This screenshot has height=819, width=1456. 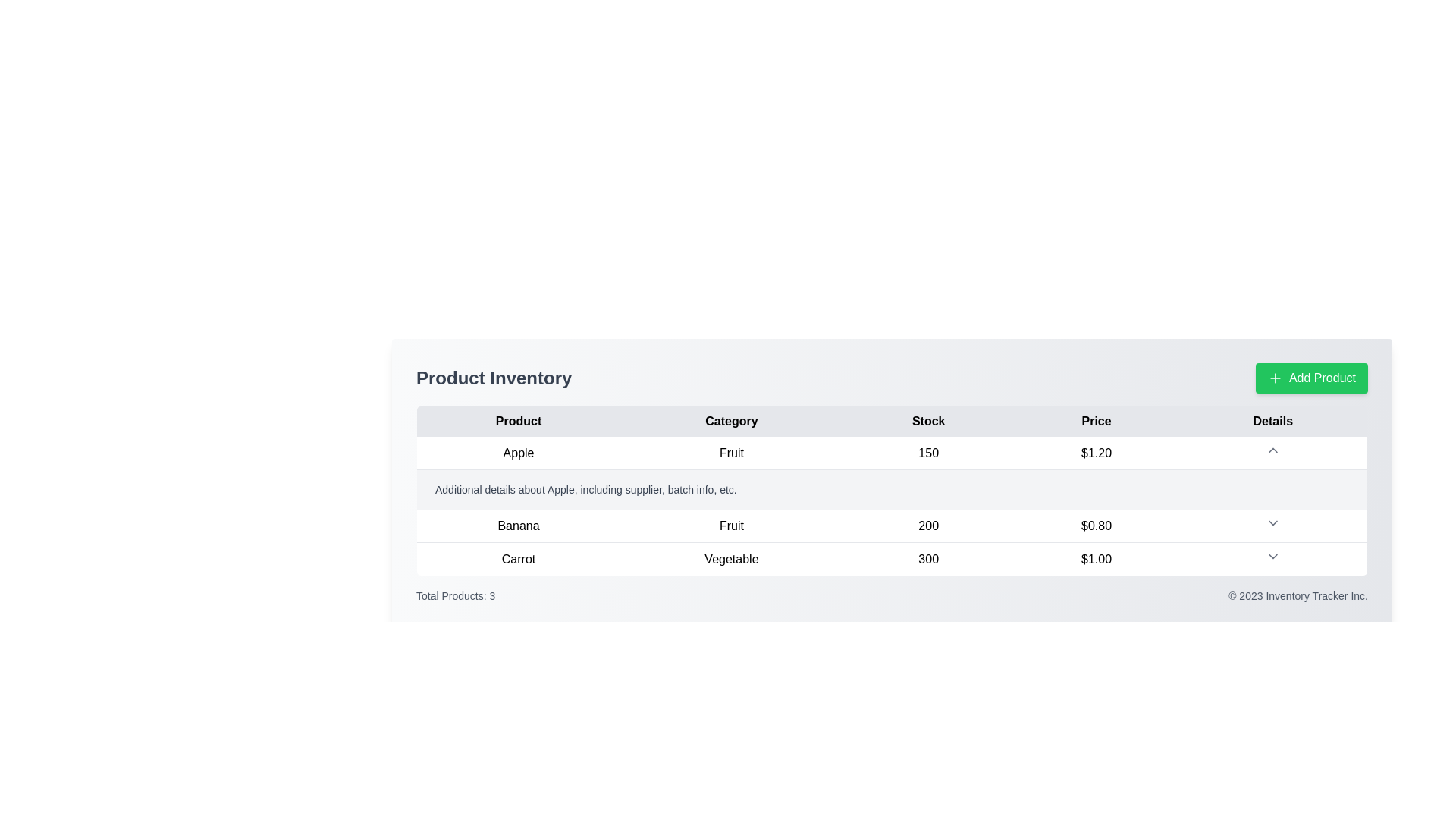 I want to click on the chevron toggle button in the 'Details' column for the banana product, so click(x=1272, y=522).